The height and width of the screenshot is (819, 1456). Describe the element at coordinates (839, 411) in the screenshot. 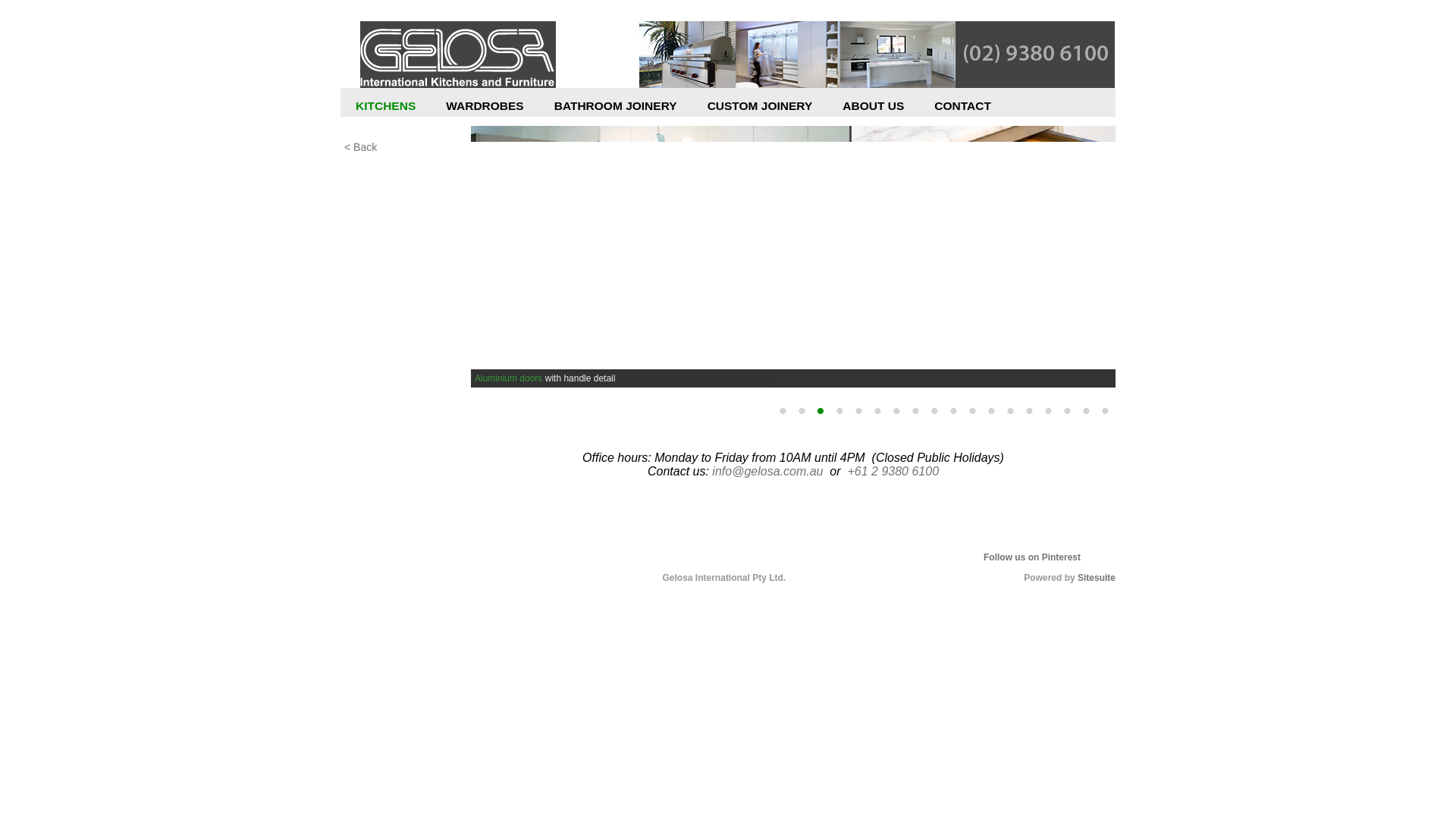

I see `'4'` at that location.